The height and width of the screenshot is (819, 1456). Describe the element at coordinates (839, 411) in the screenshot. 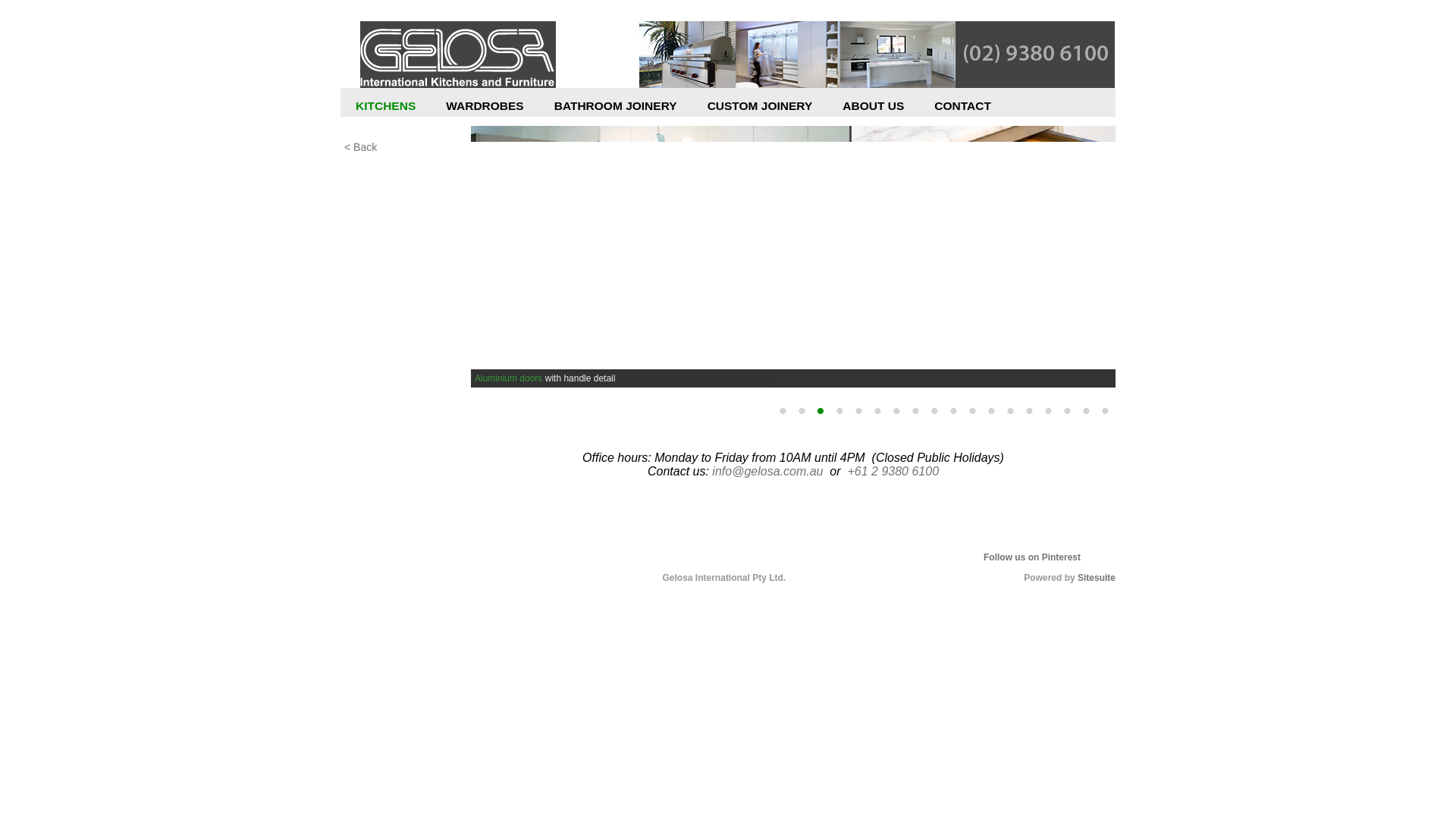

I see `'4'` at that location.